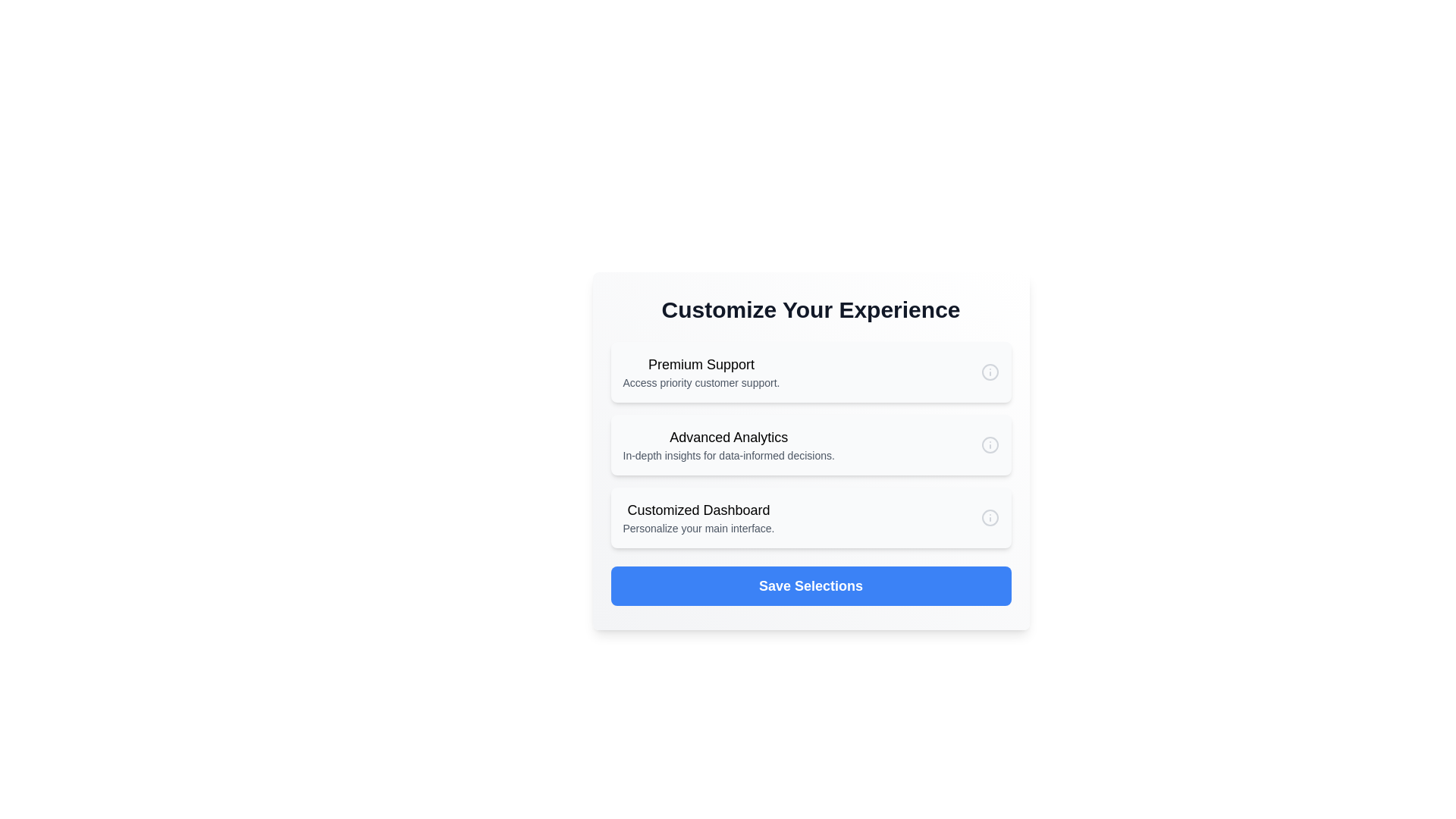  Describe the element at coordinates (810, 372) in the screenshot. I see `the feature Premium Support` at that location.